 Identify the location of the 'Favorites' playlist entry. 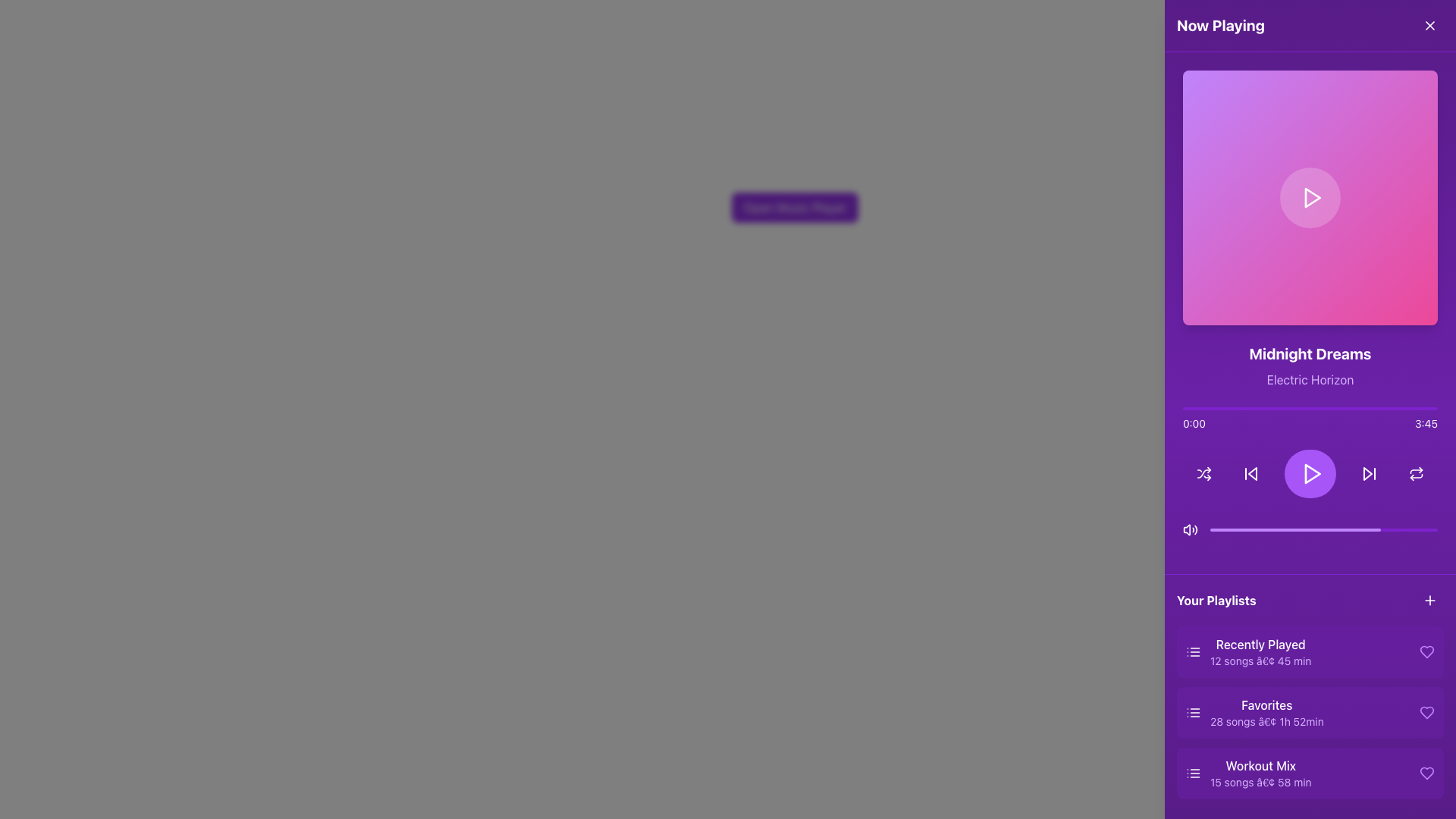
(1254, 713).